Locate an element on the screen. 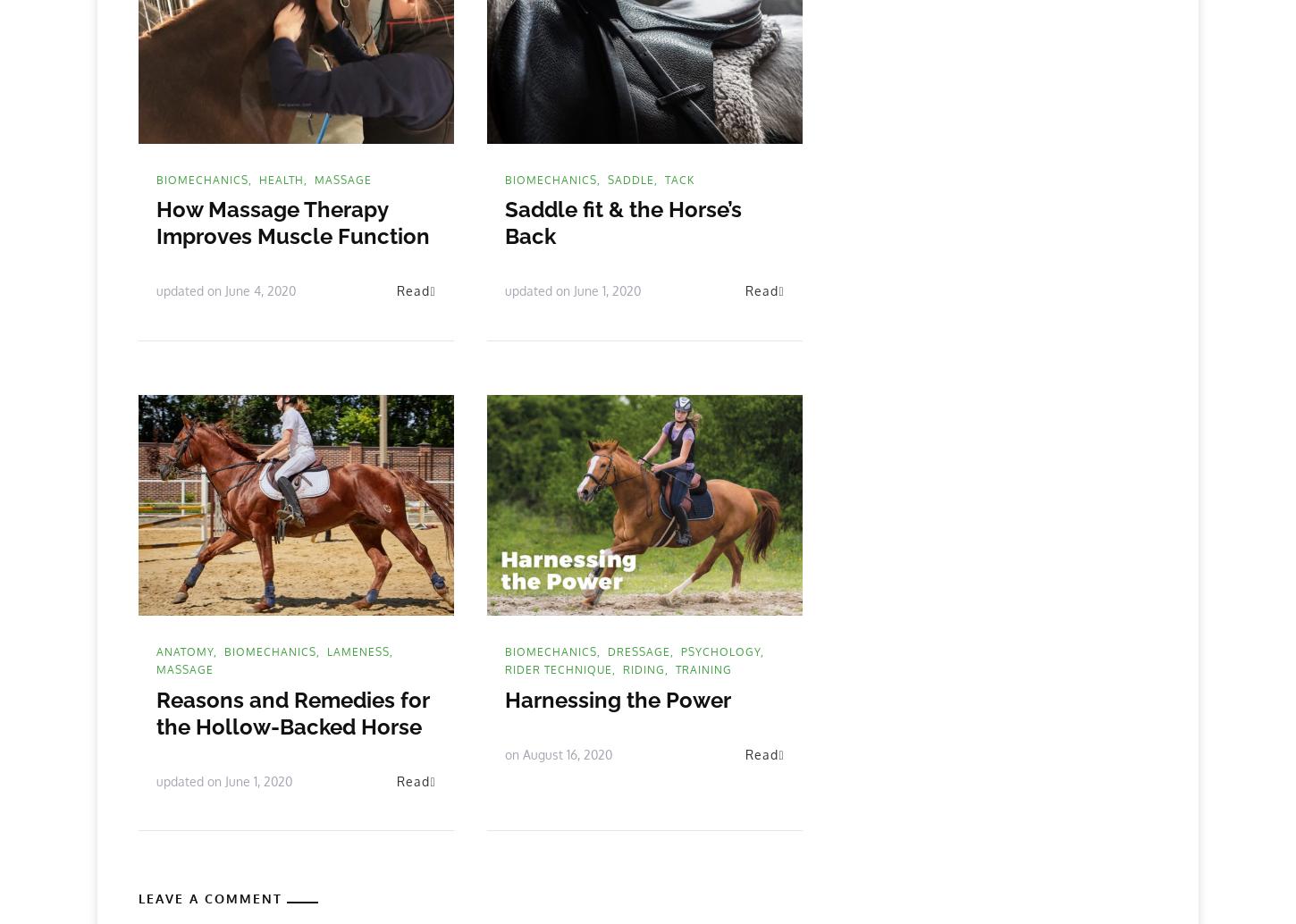  'health' is located at coordinates (259, 179).